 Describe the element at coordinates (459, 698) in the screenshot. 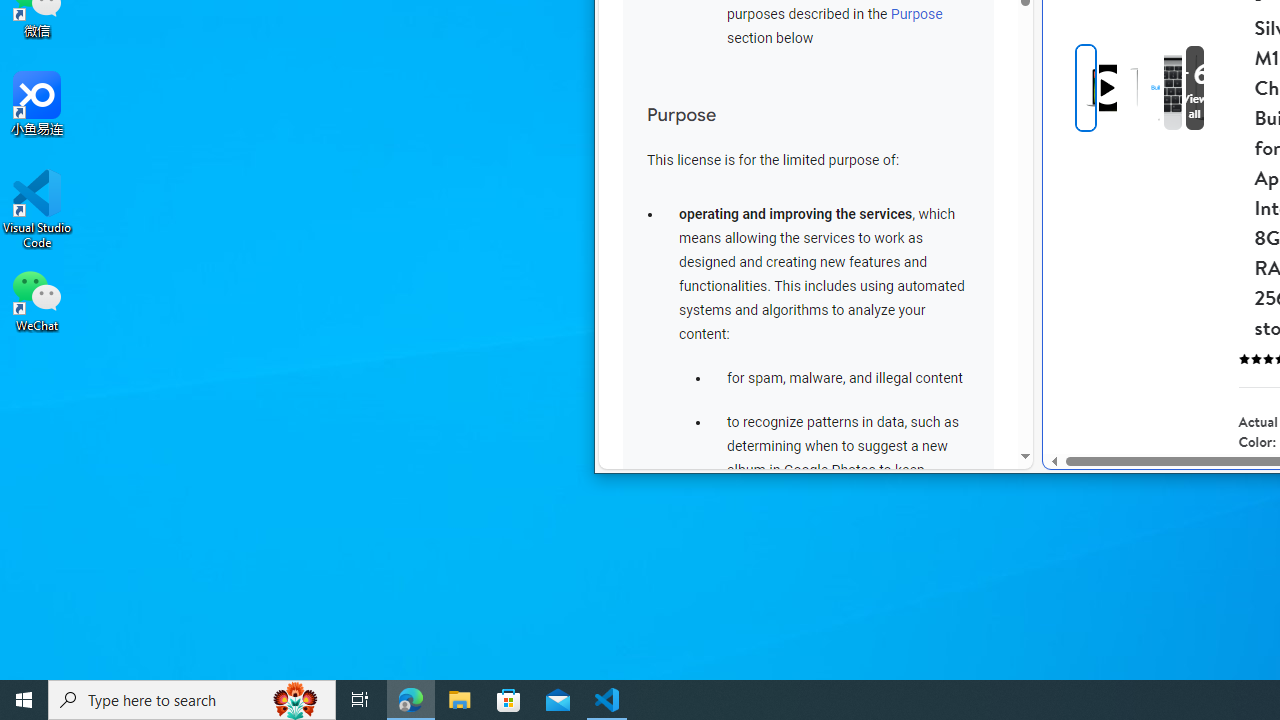

I see `'File Explorer'` at that location.